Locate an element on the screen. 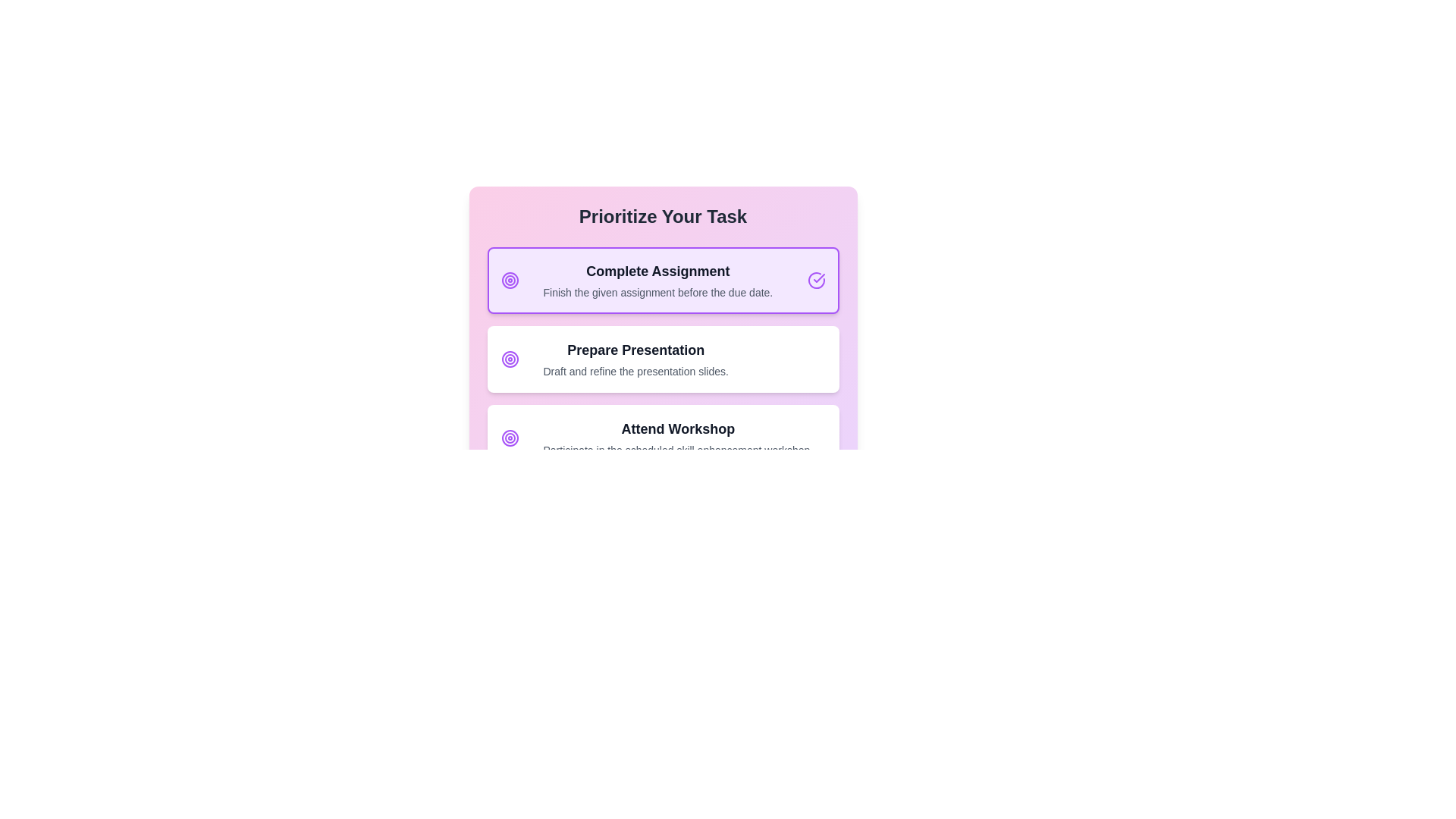 Image resolution: width=1456 pixels, height=819 pixels. displayed text from the third Informational card in the vertical list of task cards, located between 'Prepare Presentation' and any potential lower elements is located at coordinates (677, 438).